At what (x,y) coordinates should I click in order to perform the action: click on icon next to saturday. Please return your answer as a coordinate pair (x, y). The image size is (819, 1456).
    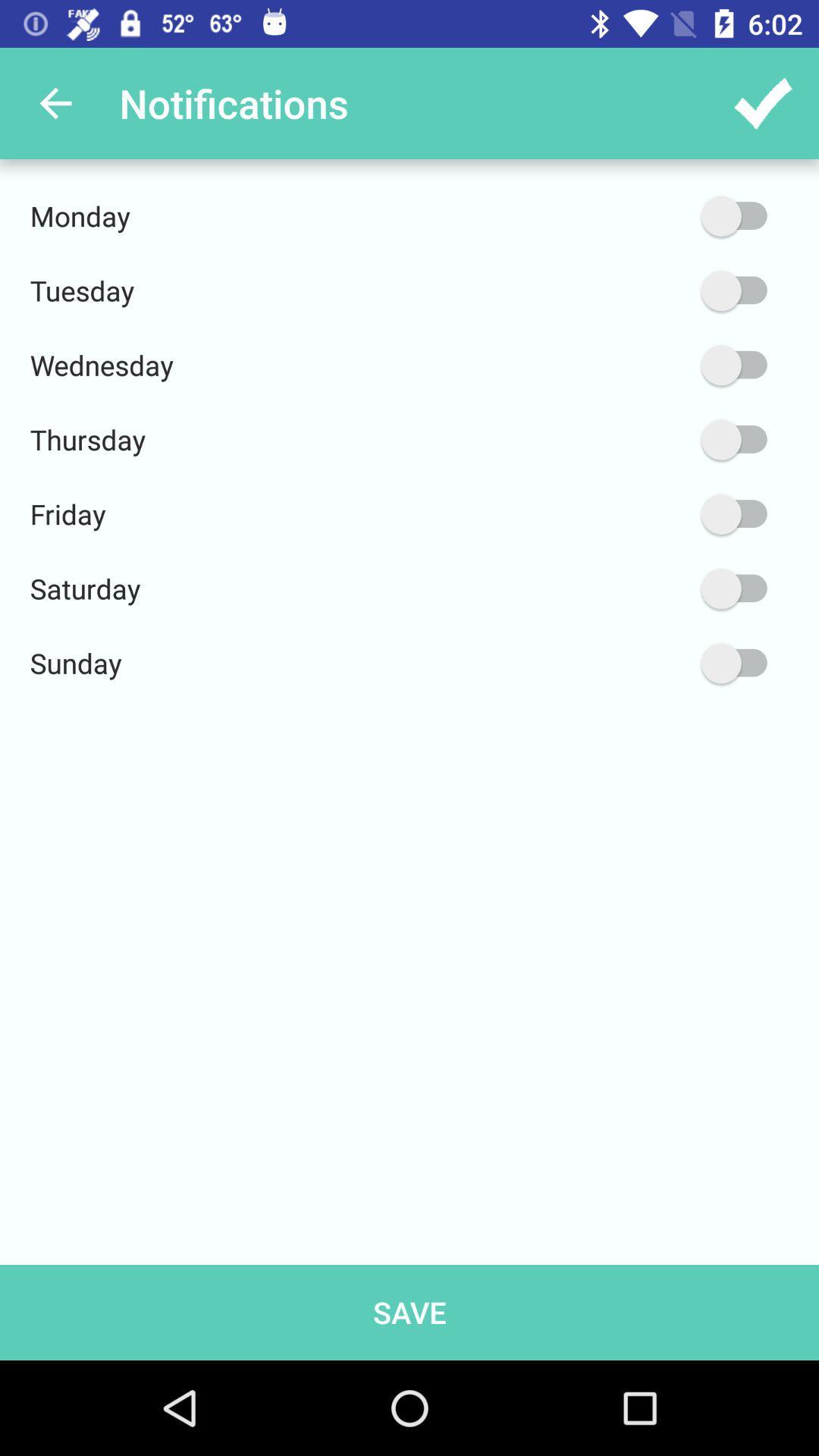
    Looking at the image, I should click on (661, 588).